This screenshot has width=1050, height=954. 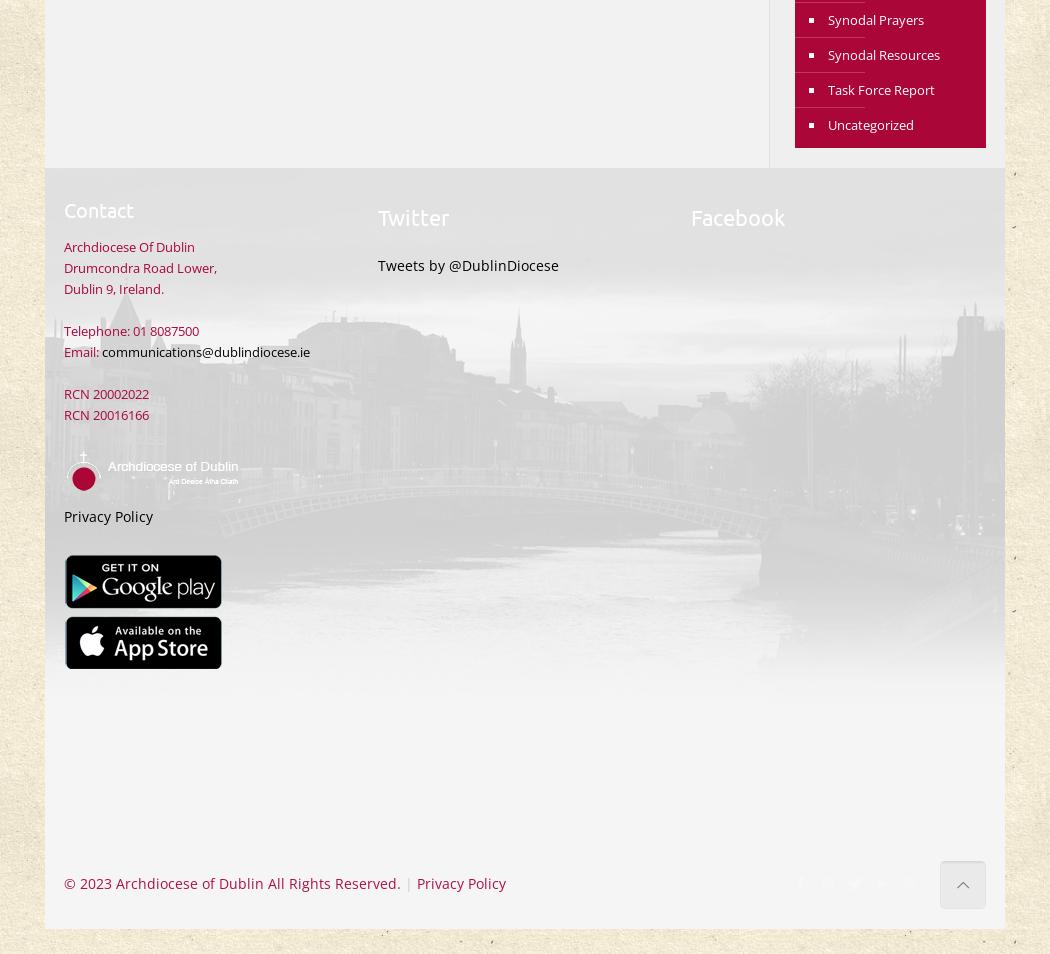 I want to click on '© 2023 Archdiocese of Dublin All Rights Reserved.', so click(x=232, y=883).